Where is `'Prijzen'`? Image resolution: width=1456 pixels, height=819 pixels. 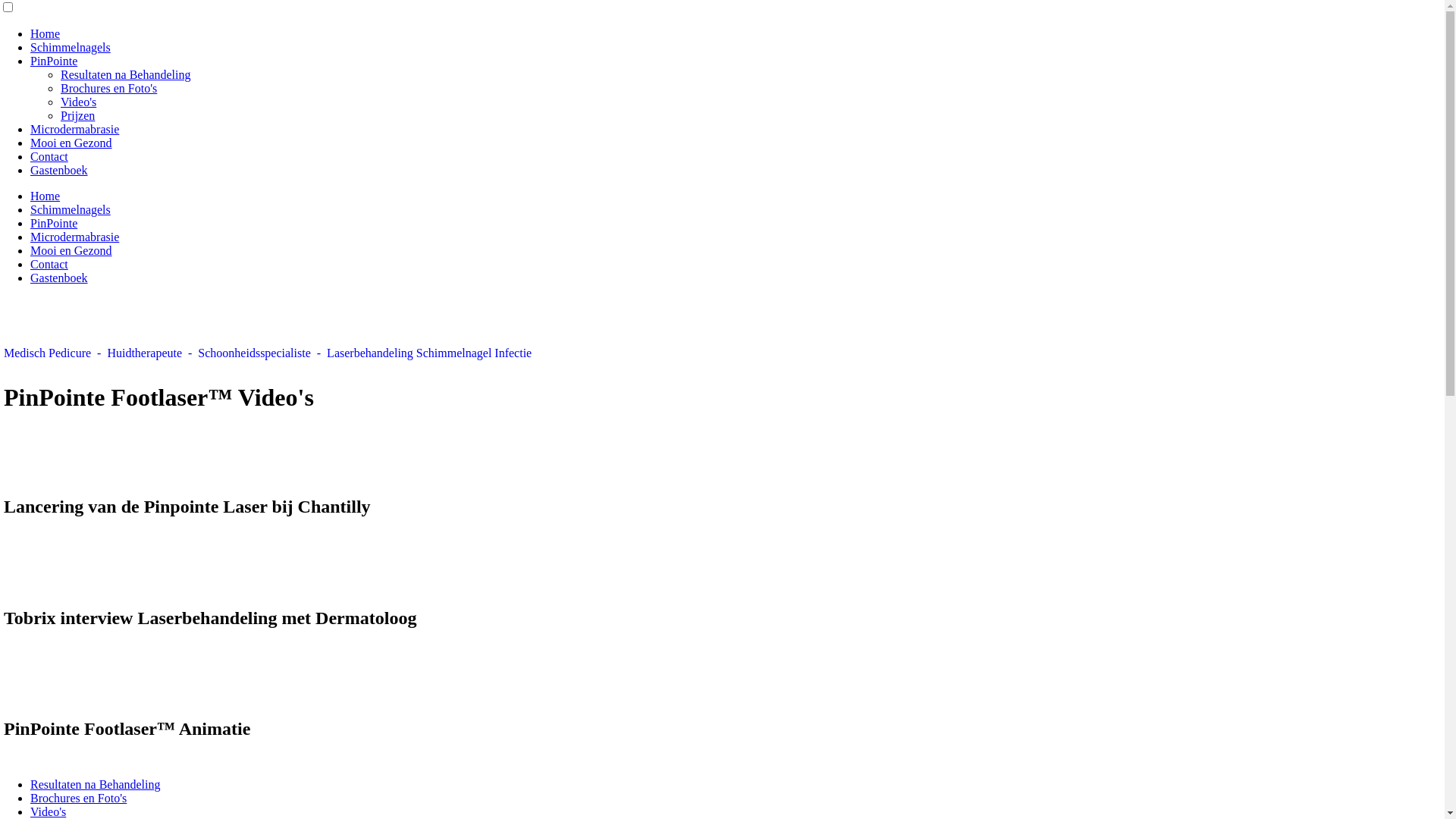
'Prijzen' is located at coordinates (61, 115).